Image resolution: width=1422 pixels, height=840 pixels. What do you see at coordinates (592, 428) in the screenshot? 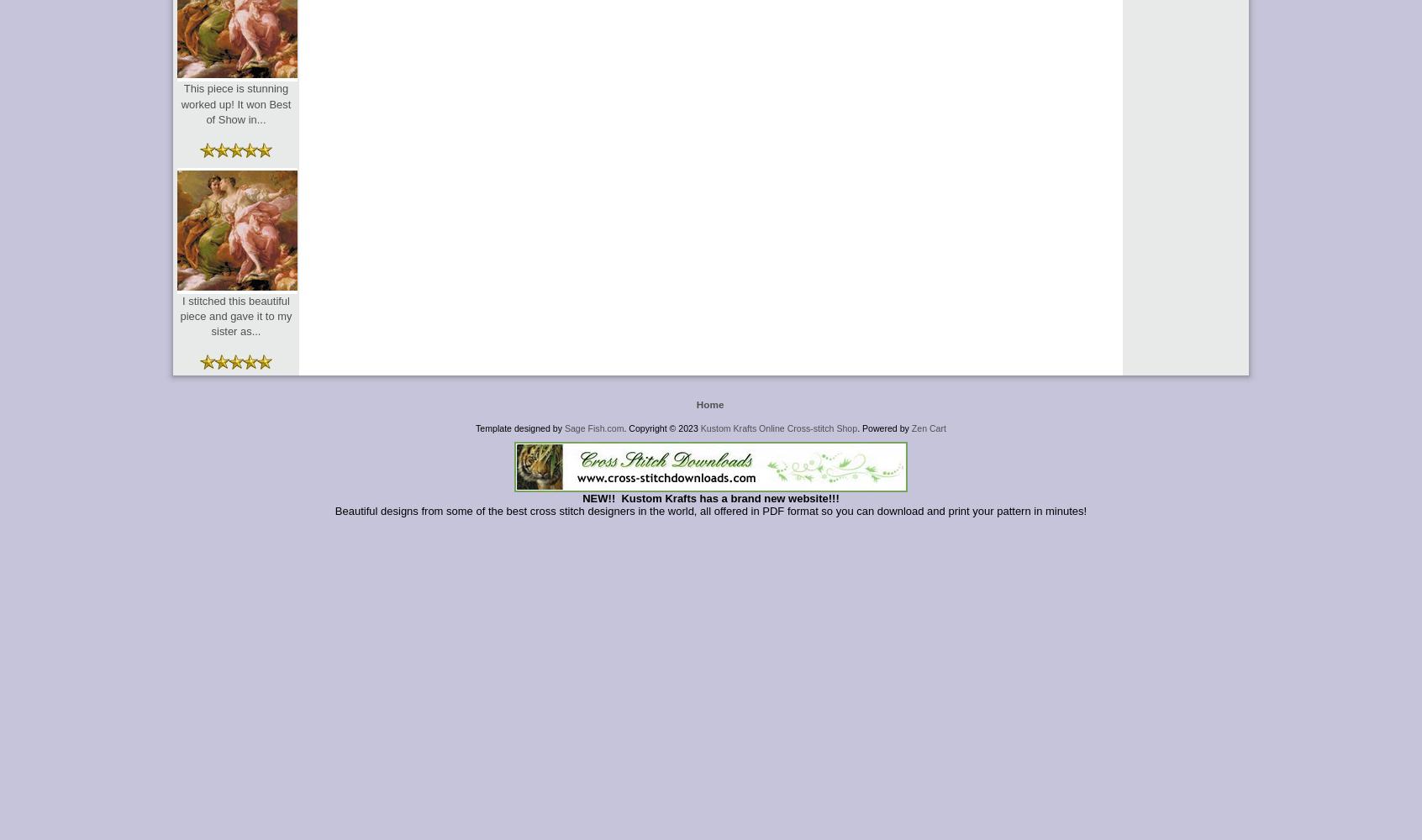
I see `'Sage Fish.com'` at bounding box center [592, 428].